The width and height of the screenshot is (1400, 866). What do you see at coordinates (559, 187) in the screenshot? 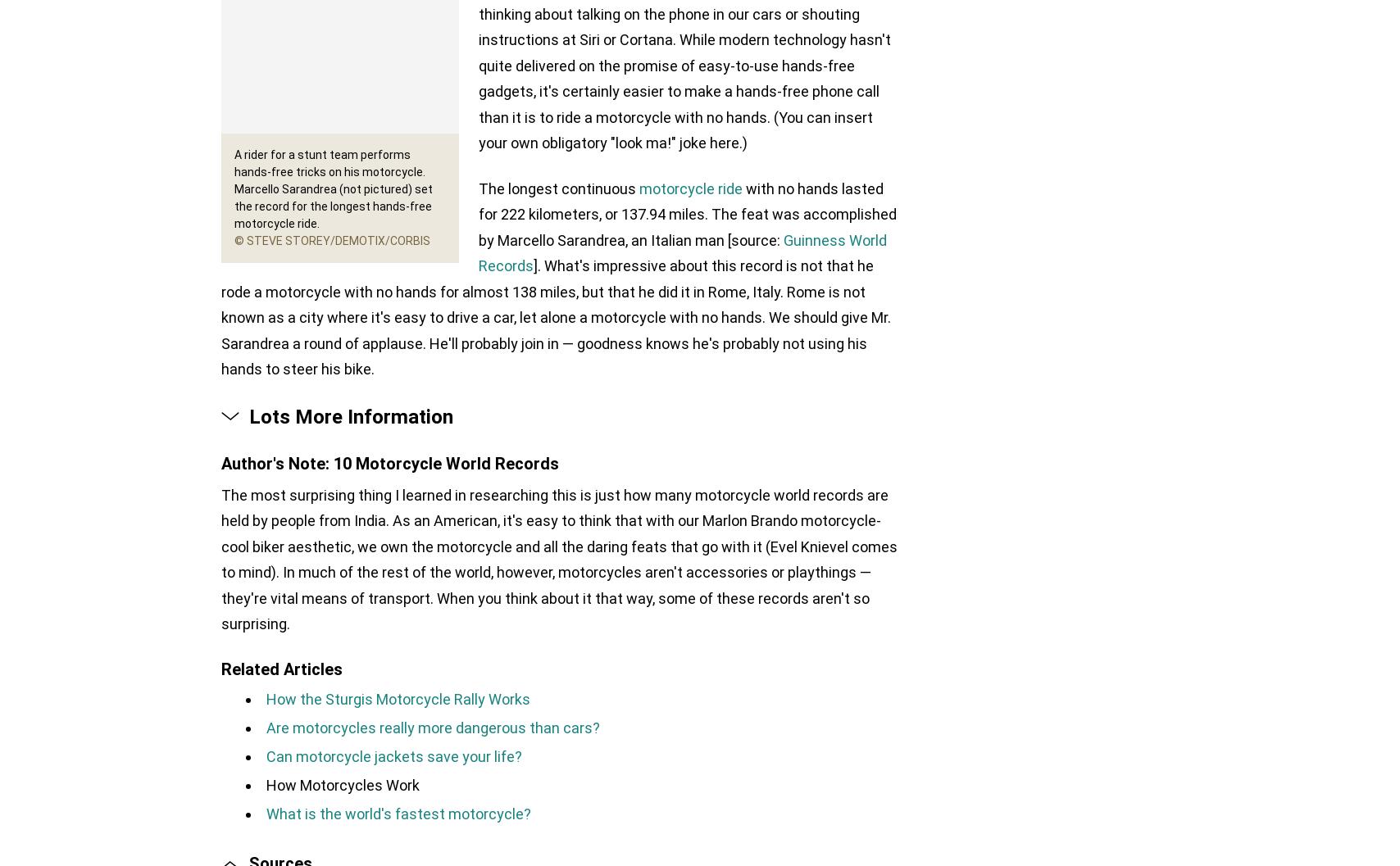
I see `'The longest continuous'` at bounding box center [559, 187].